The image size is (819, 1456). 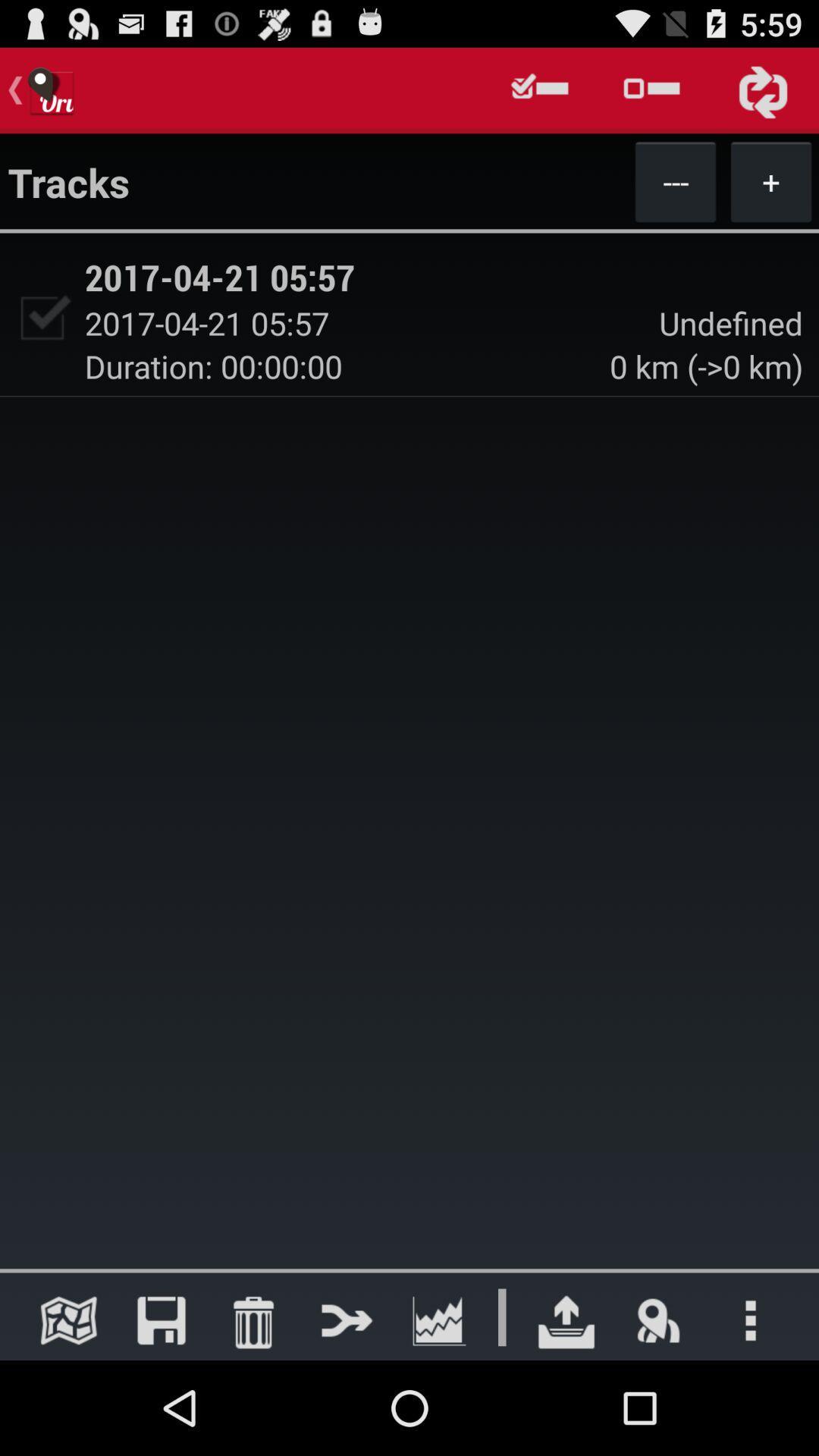 What do you see at coordinates (68, 1319) in the screenshot?
I see `access map` at bounding box center [68, 1319].